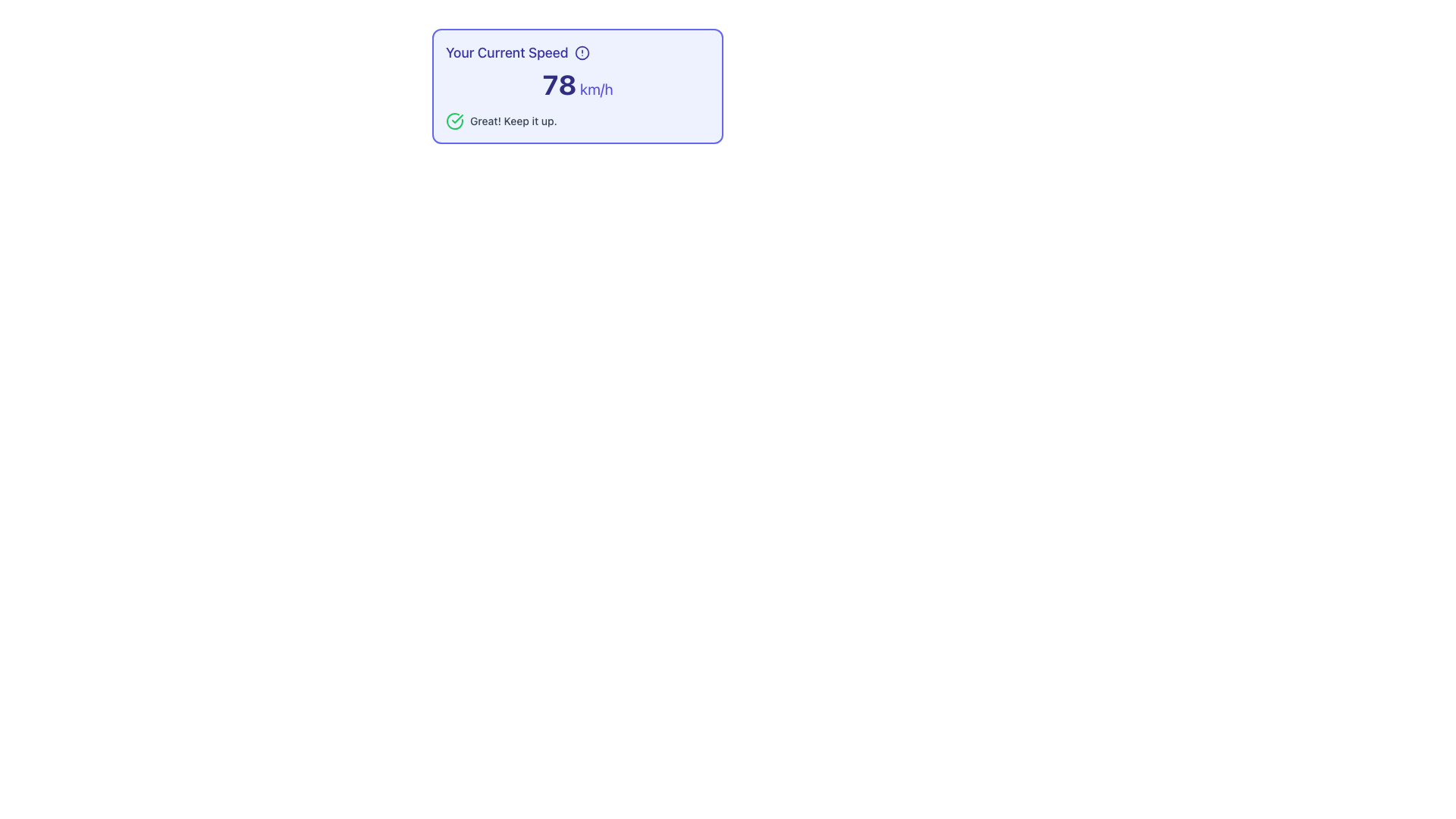 The image size is (1456, 819). I want to click on the static text label that denotes the unit of the speed value displayed, located at the bottom-right section of the card-like layout component, following the numeric value '78', so click(594, 89).